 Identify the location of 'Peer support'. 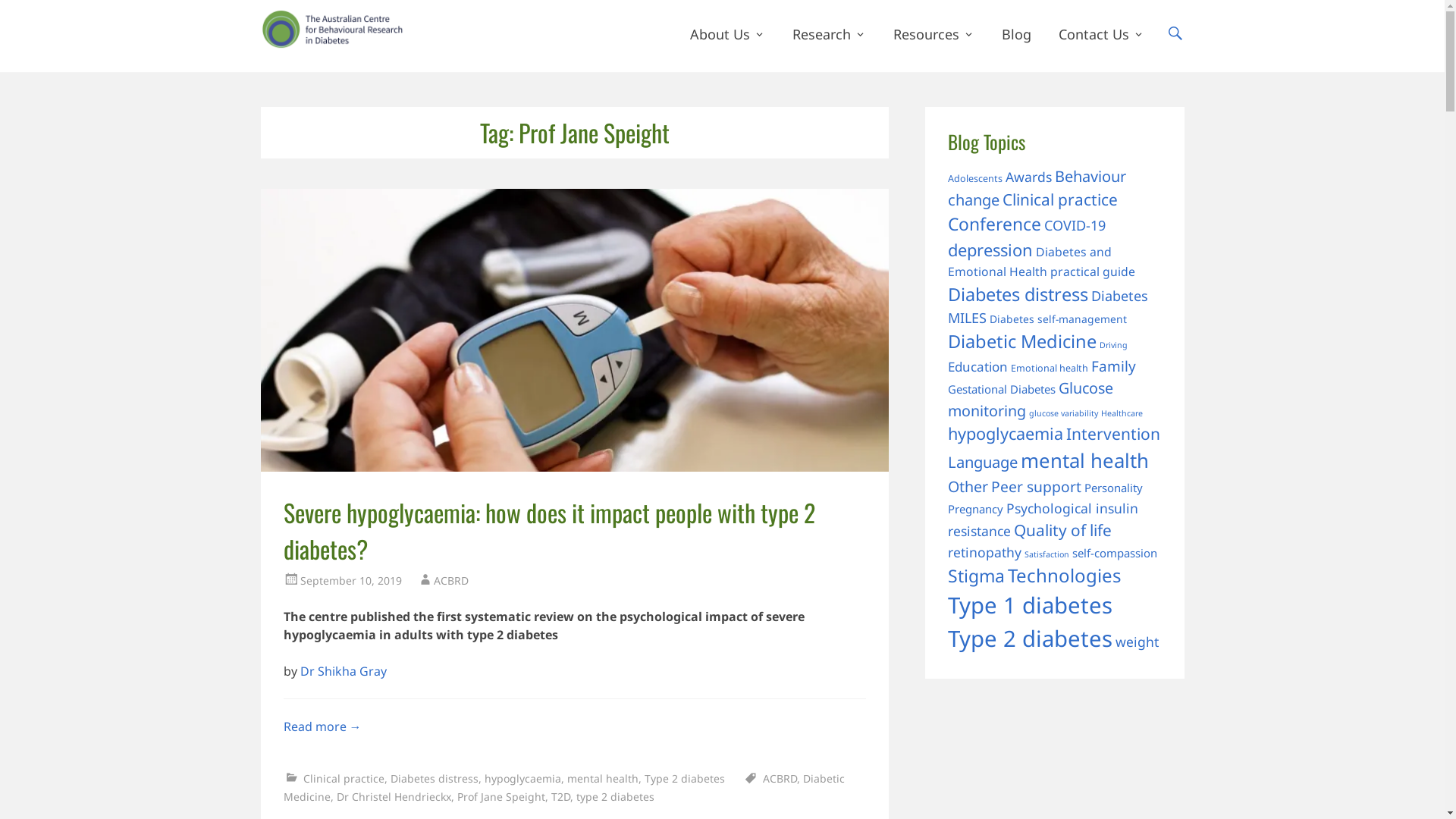
(1035, 486).